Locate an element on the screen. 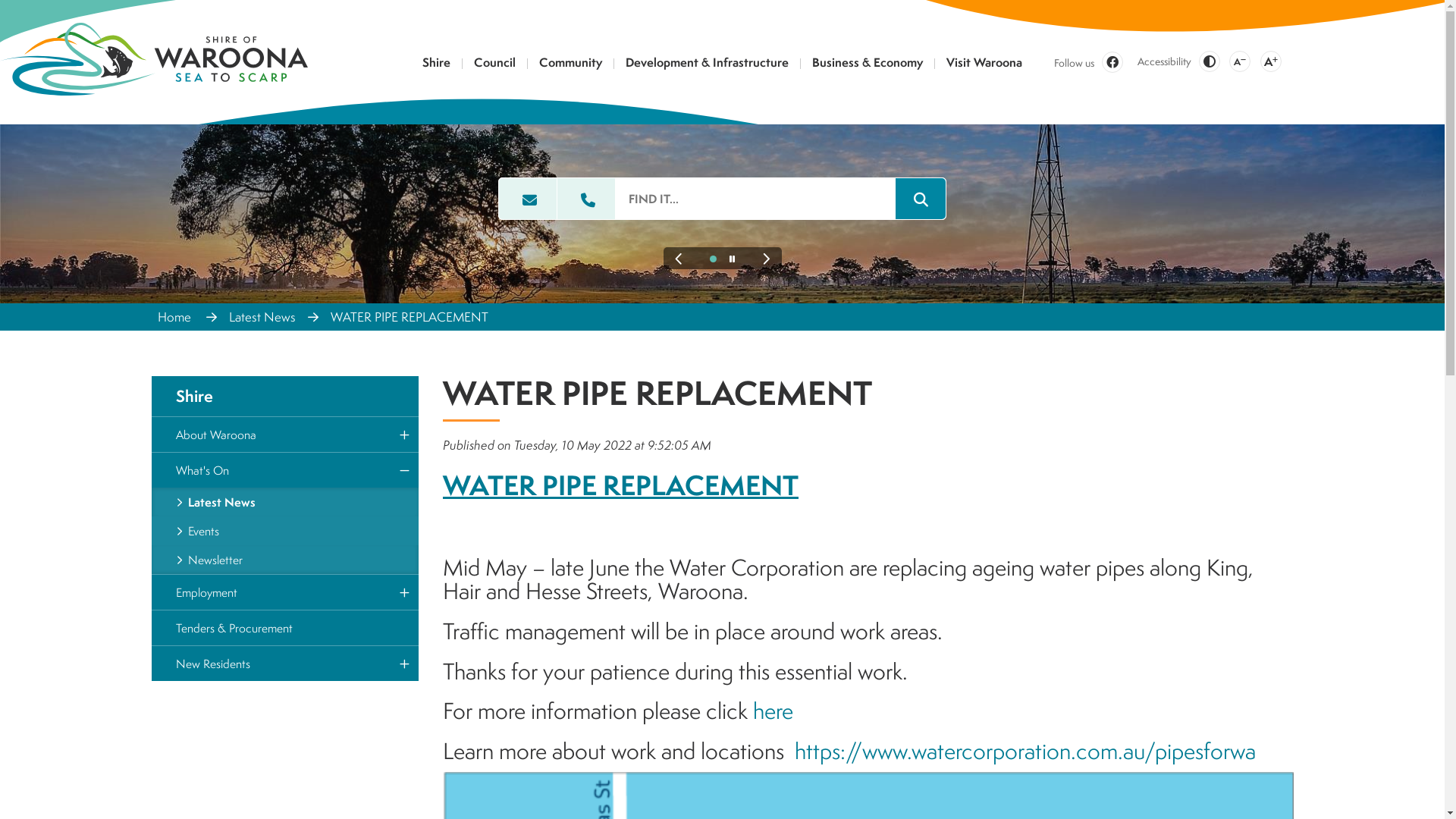 This screenshot has width=1456, height=819. 'Pause this Slideshow' is located at coordinates (732, 259).